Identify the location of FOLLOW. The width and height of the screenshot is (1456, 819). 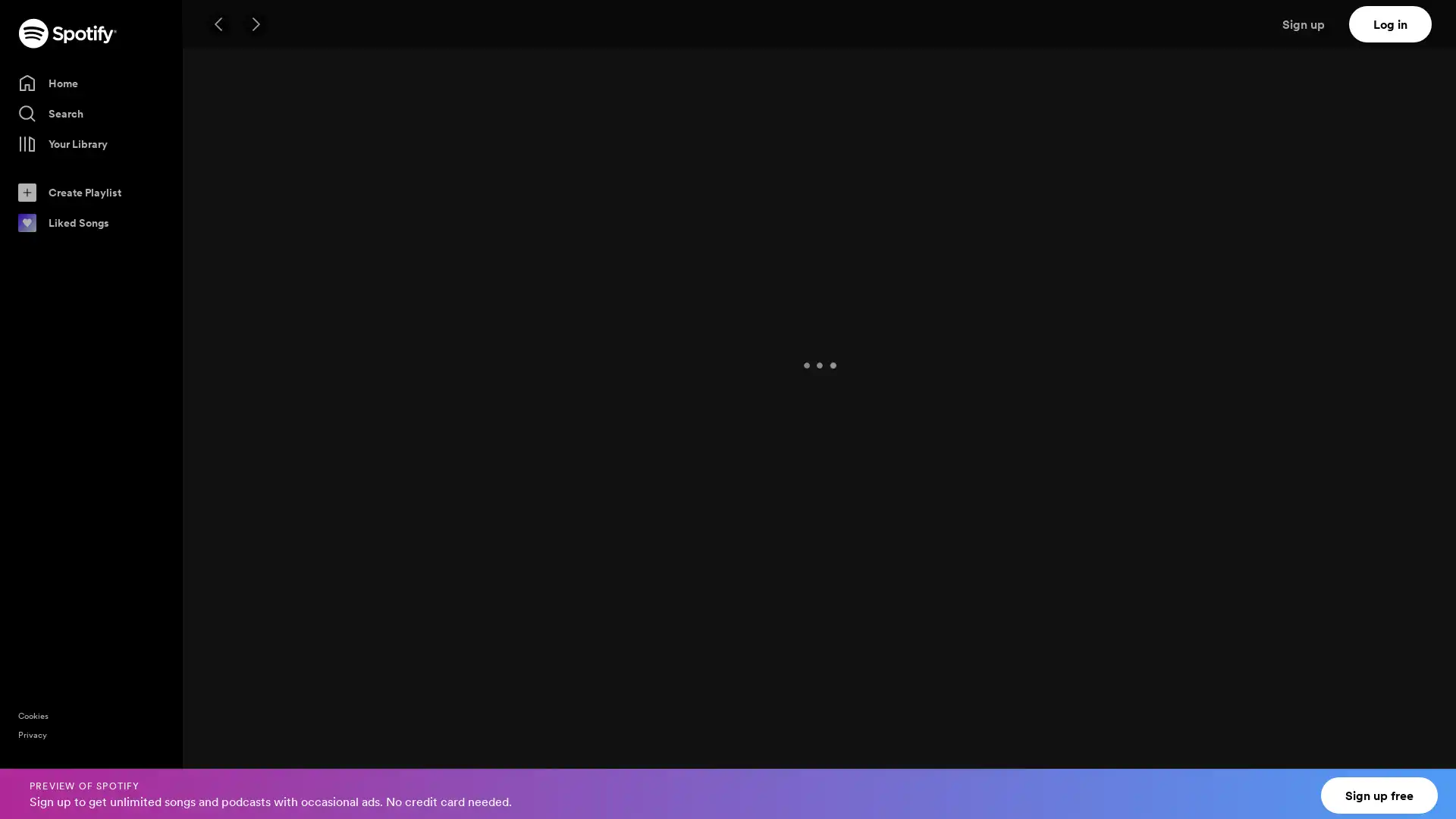
(240, 288).